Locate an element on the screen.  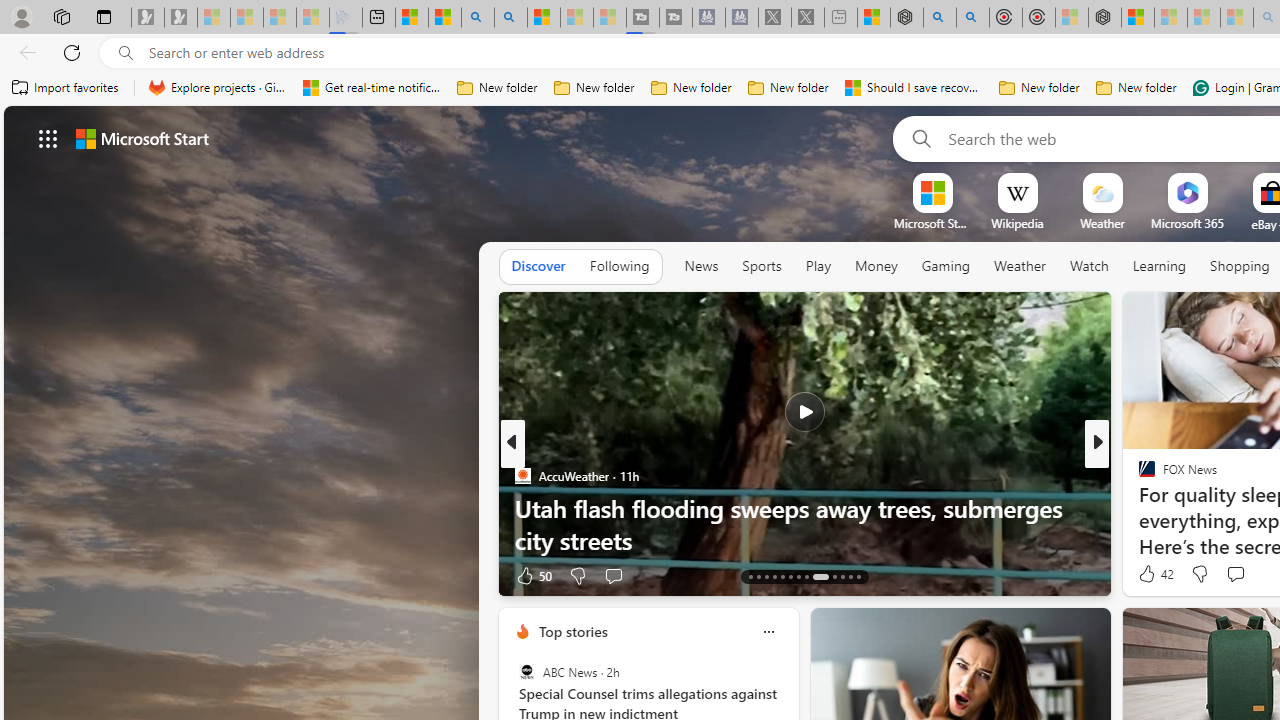
'Money' is located at coordinates (876, 265).